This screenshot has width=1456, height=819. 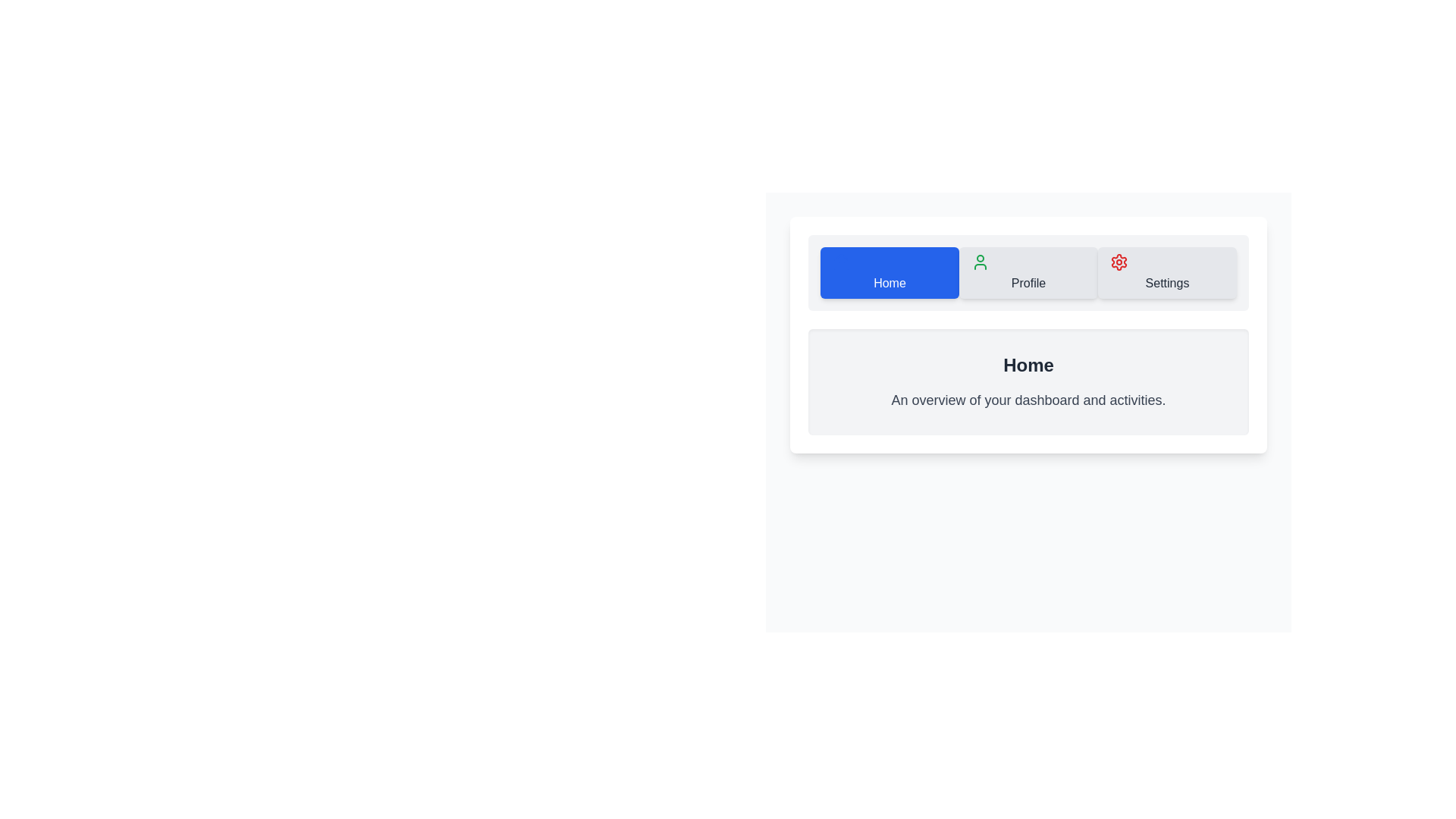 I want to click on the Settings tab, so click(x=1166, y=271).